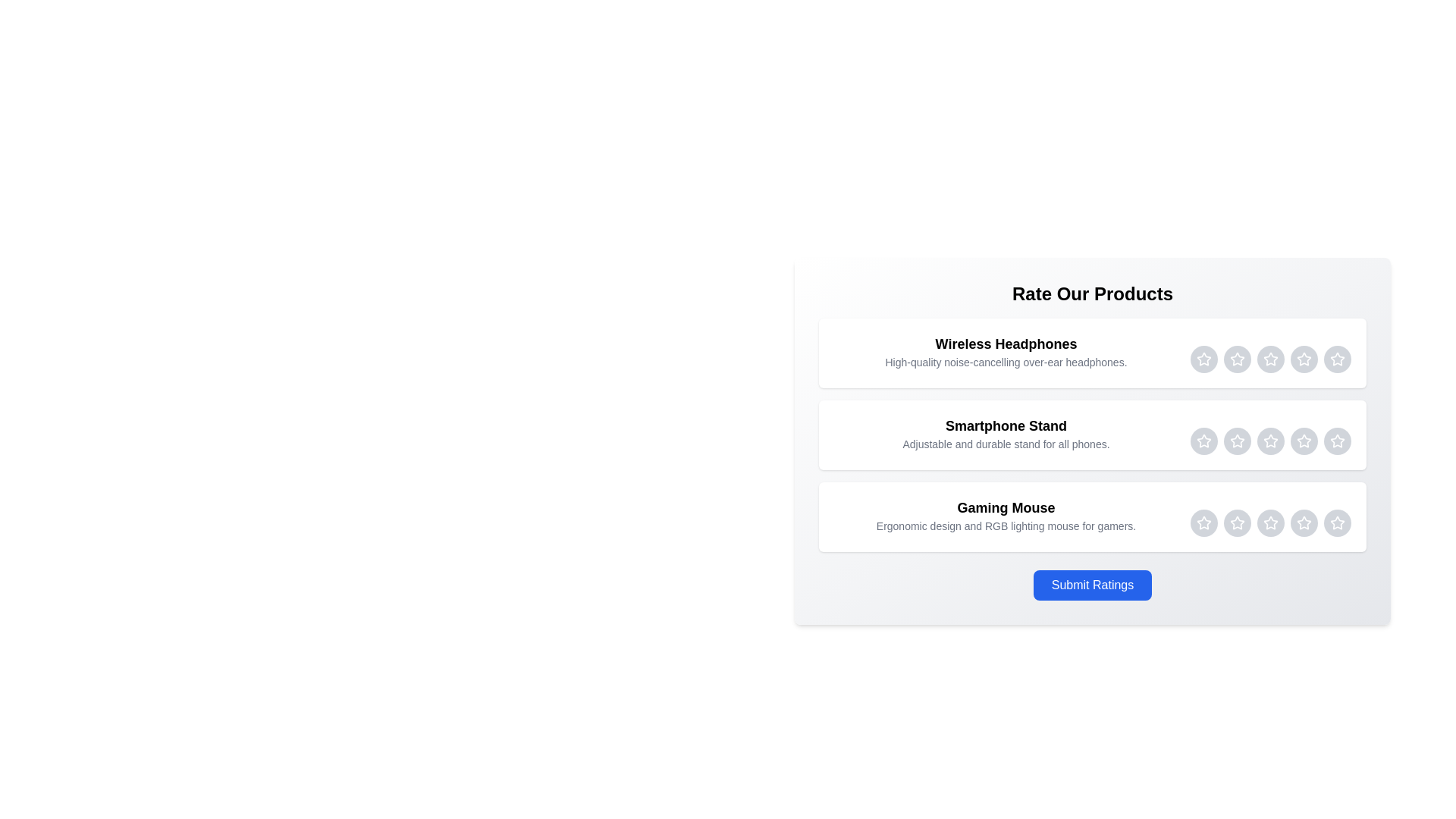 This screenshot has width=1456, height=819. Describe the element at coordinates (1303, 359) in the screenshot. I see `the Wireless Headphones rating star 4` at that location.